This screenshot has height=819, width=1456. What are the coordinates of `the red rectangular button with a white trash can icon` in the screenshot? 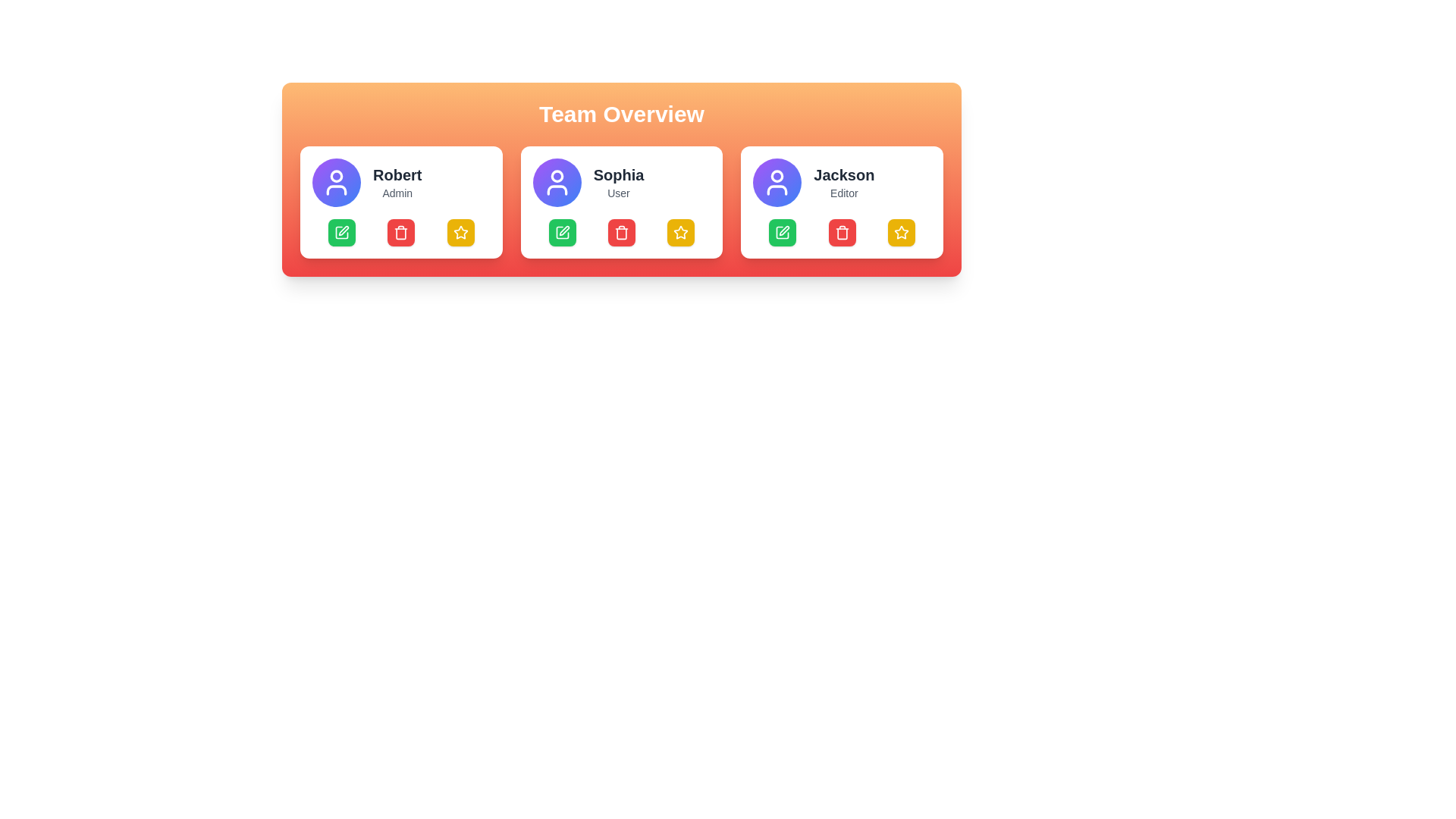 It's located at (841, 233).